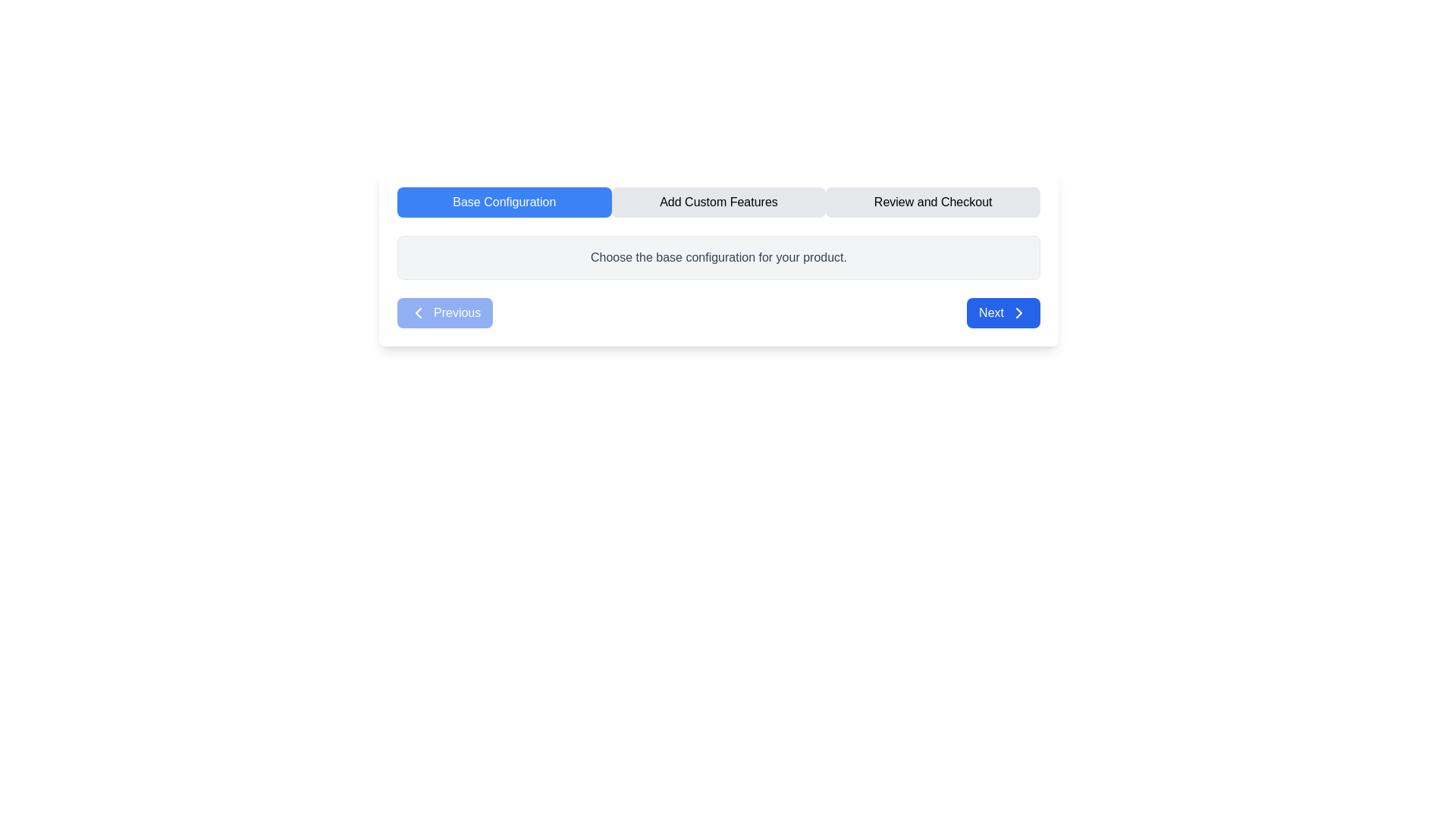 Image resolution: width=1456 pixels, height=819 pixels. What do you see at coordinates (1019, 312) in the screenshot?
I see `the 'Next' button that contains a directional indicator SVG graphic` at bounding box center [1019, 312].